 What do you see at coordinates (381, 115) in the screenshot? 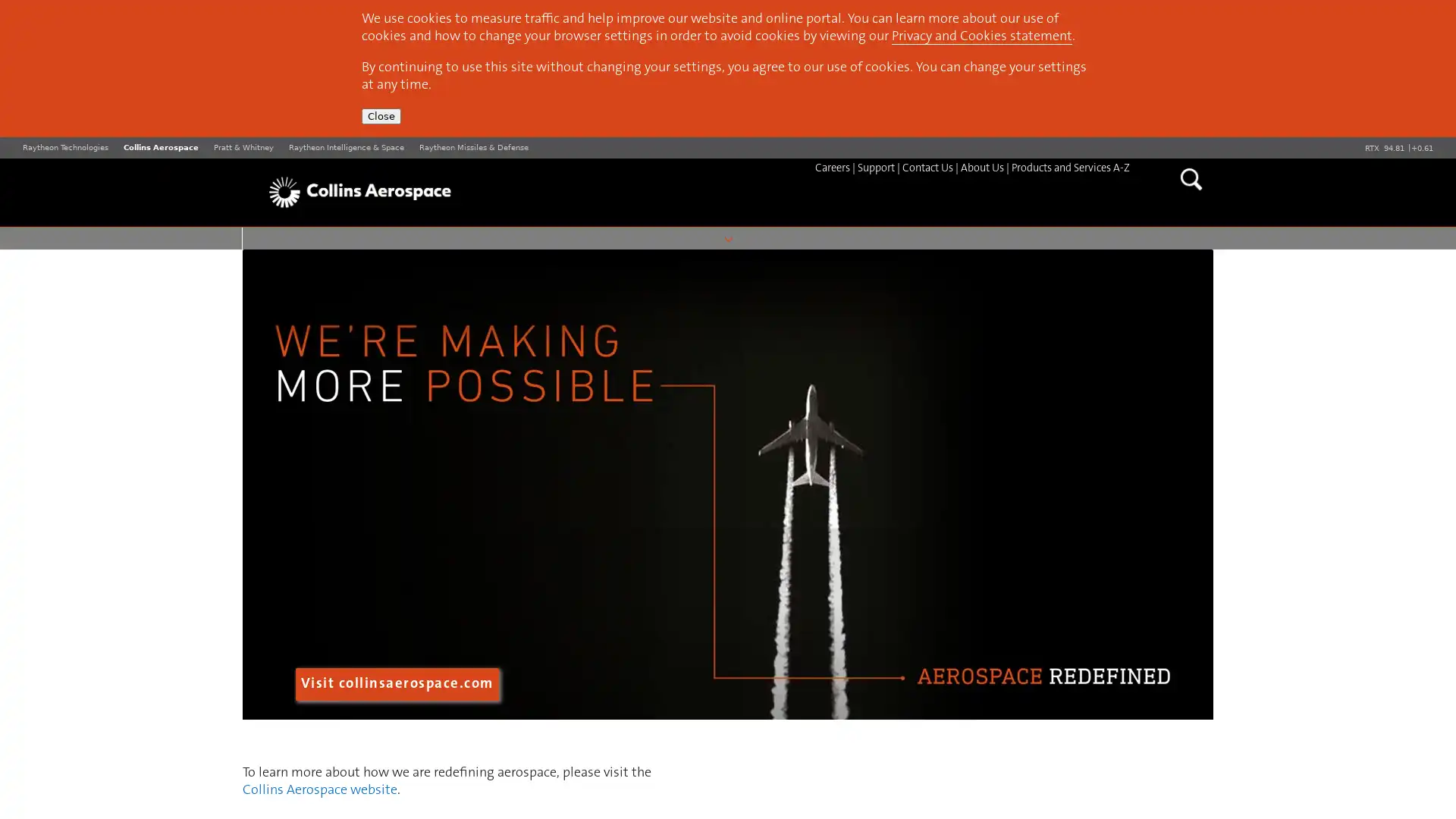
I see `Close` at bounding box center [381, 115].